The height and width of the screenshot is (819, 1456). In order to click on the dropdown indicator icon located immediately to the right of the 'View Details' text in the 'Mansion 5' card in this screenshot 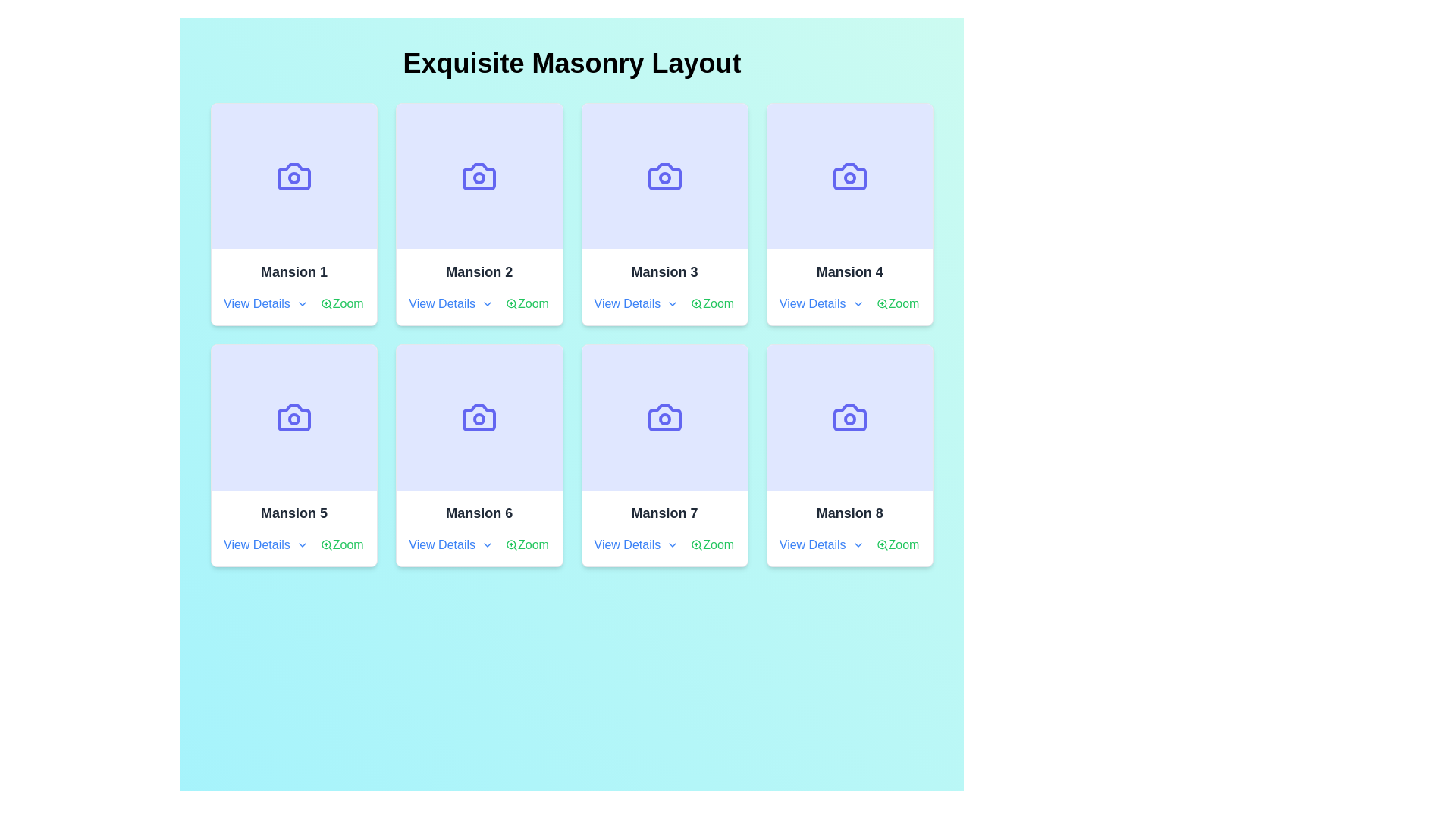, I will do `click(302, 544)`.